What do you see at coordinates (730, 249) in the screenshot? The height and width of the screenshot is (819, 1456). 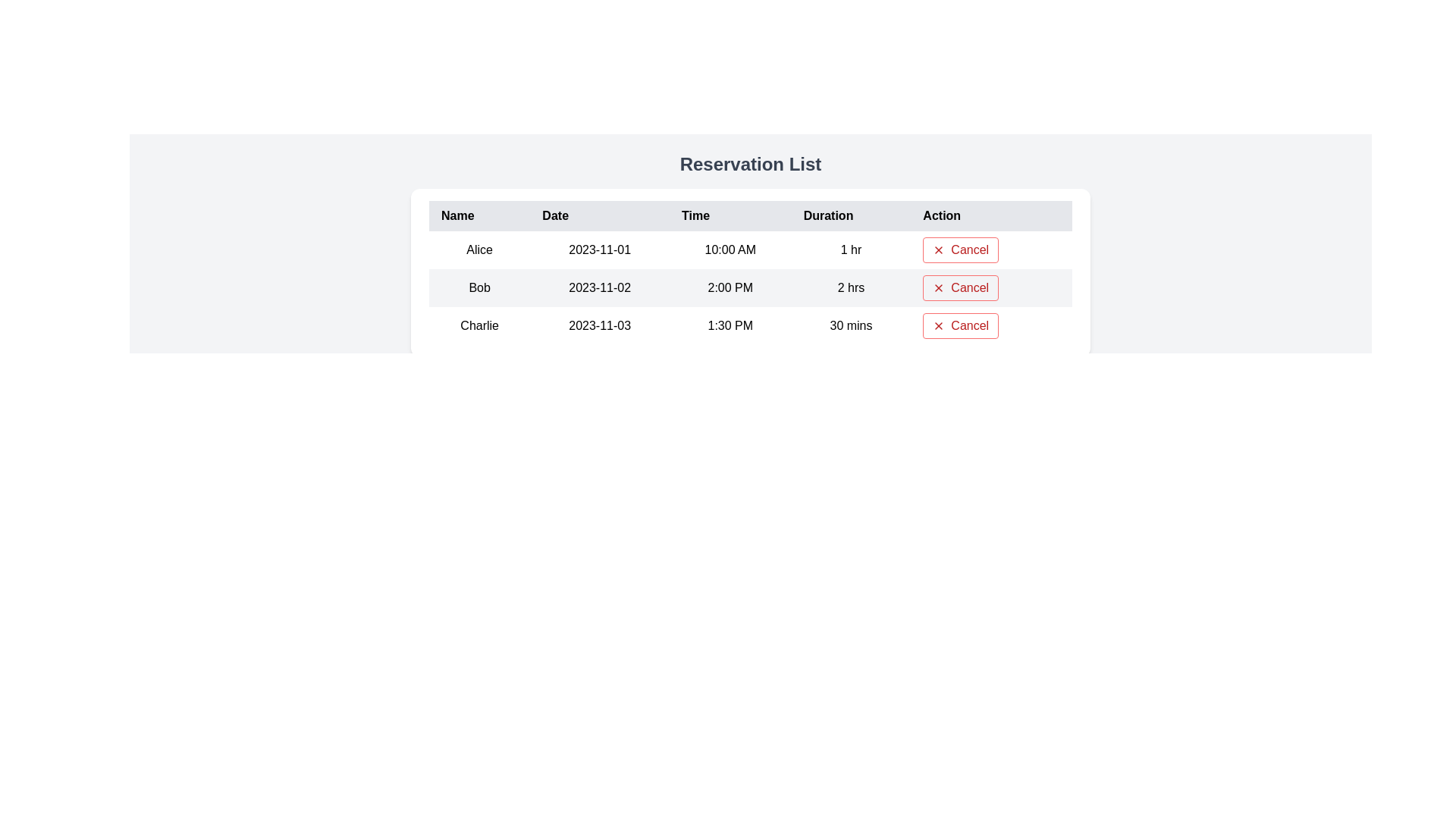 I see `the static text element displaying '10:00 AM' in the 'Time' column of the 'Reservation List' table, which is located in the third cell of the row for user 'Alice'` at bounding box center [730, 249].